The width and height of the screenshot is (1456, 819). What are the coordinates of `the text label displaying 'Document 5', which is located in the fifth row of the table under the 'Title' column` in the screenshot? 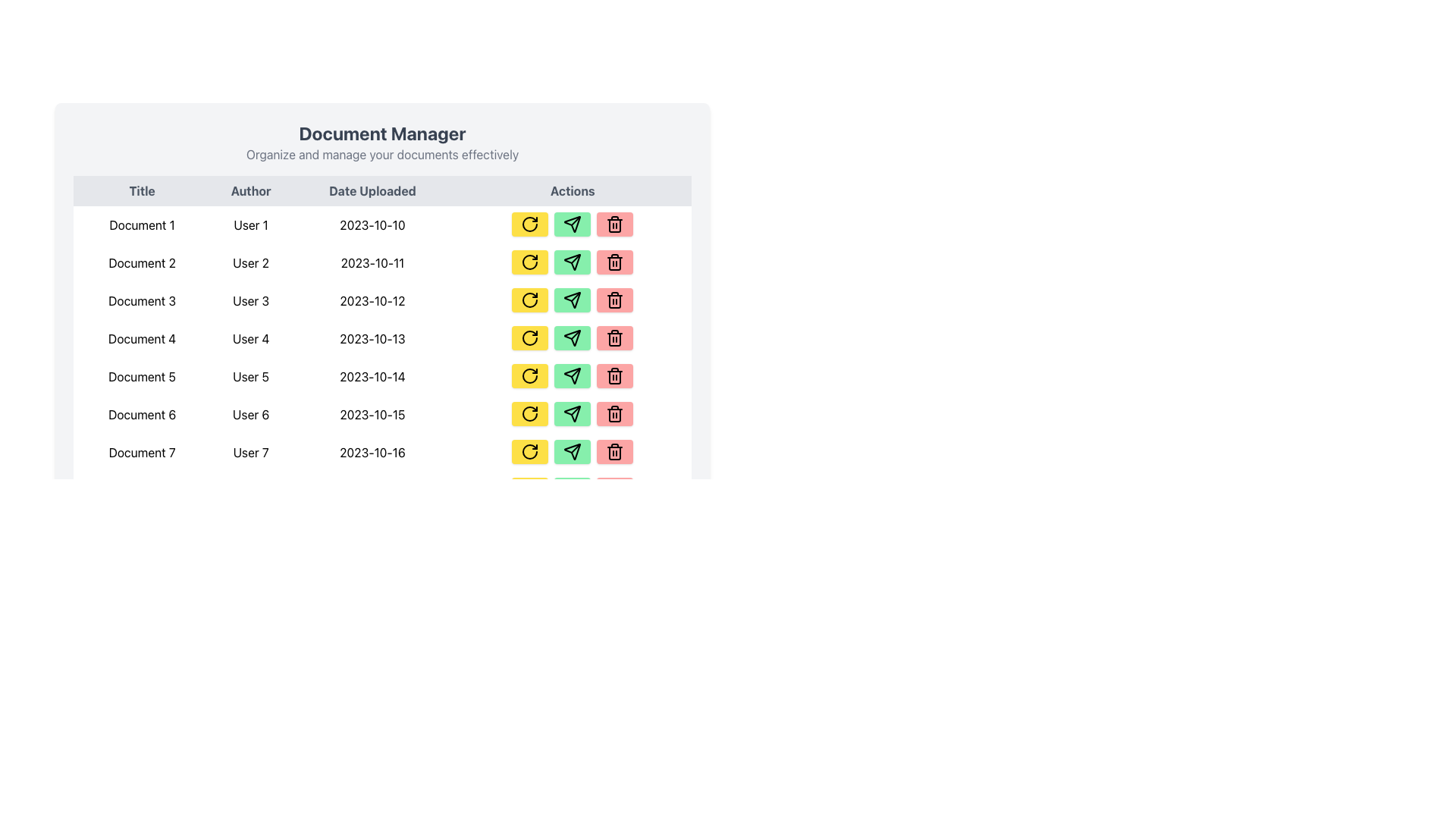 It's located at (142, 376).